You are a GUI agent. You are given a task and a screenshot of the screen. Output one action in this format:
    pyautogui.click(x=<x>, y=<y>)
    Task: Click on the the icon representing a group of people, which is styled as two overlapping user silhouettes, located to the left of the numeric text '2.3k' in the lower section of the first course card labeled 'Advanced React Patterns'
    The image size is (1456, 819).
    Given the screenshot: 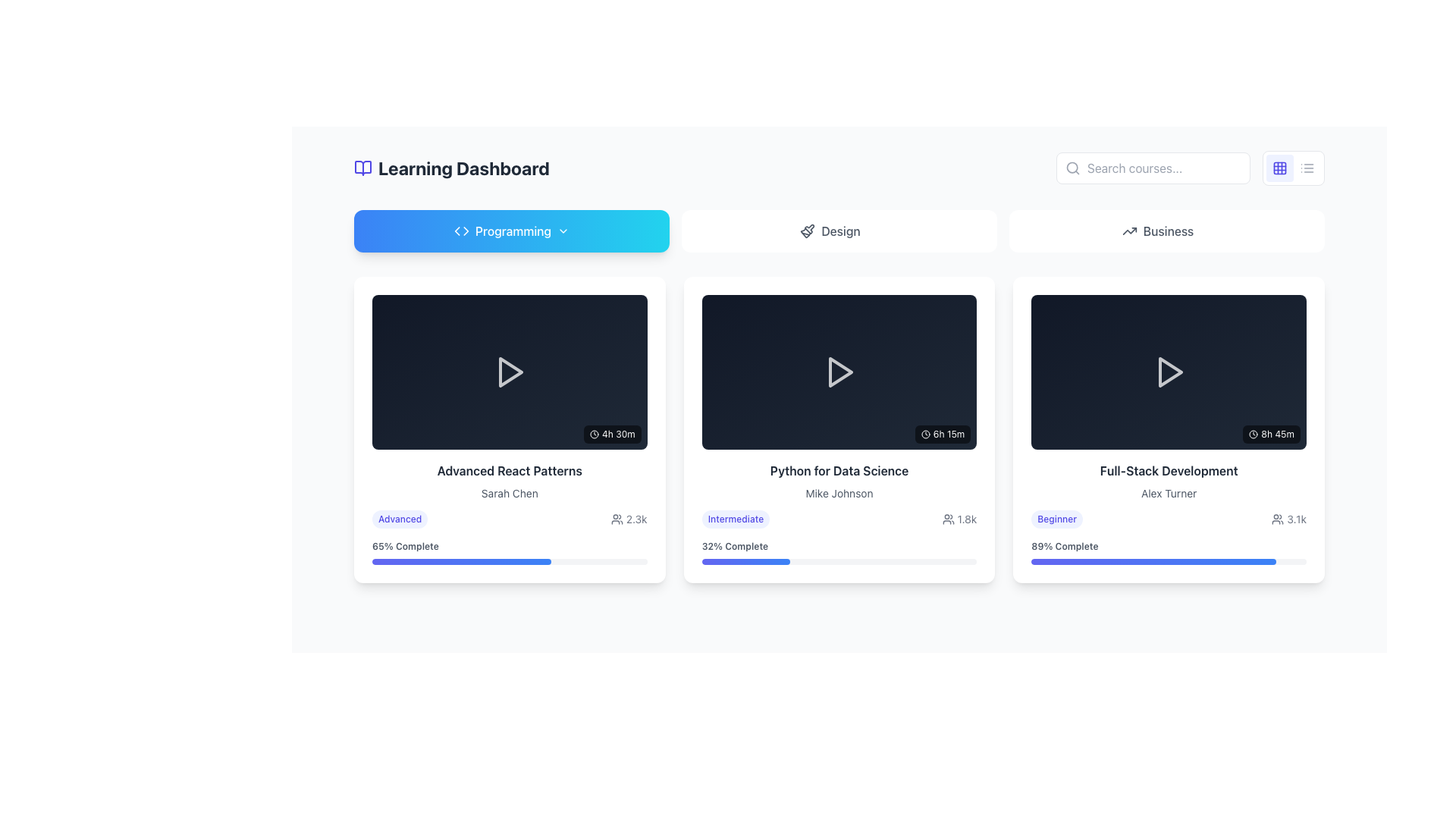 What is the action you would take?
    pyautogui.click(x=617, y=518)
    